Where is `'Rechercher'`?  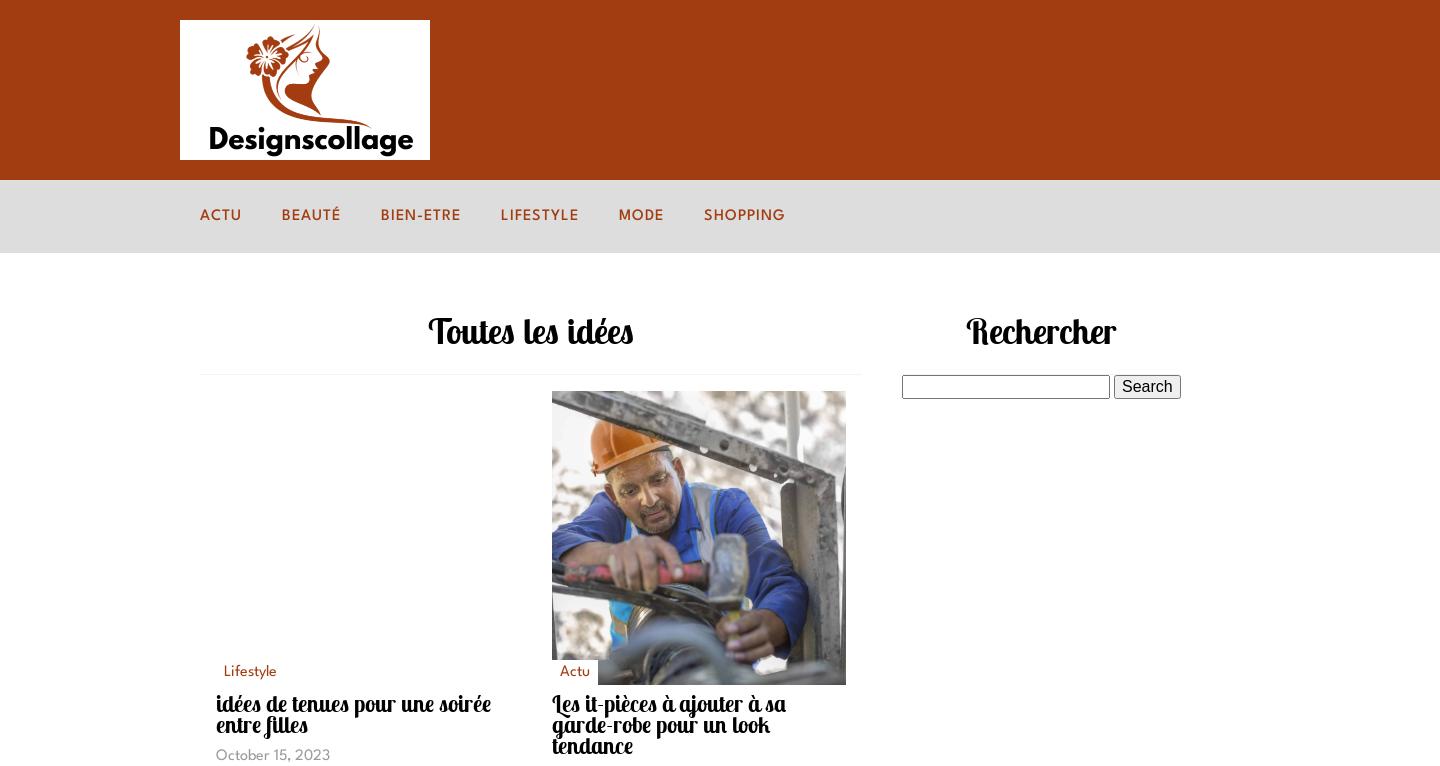 'Rechercher' is located at coordinates (1040, 329).